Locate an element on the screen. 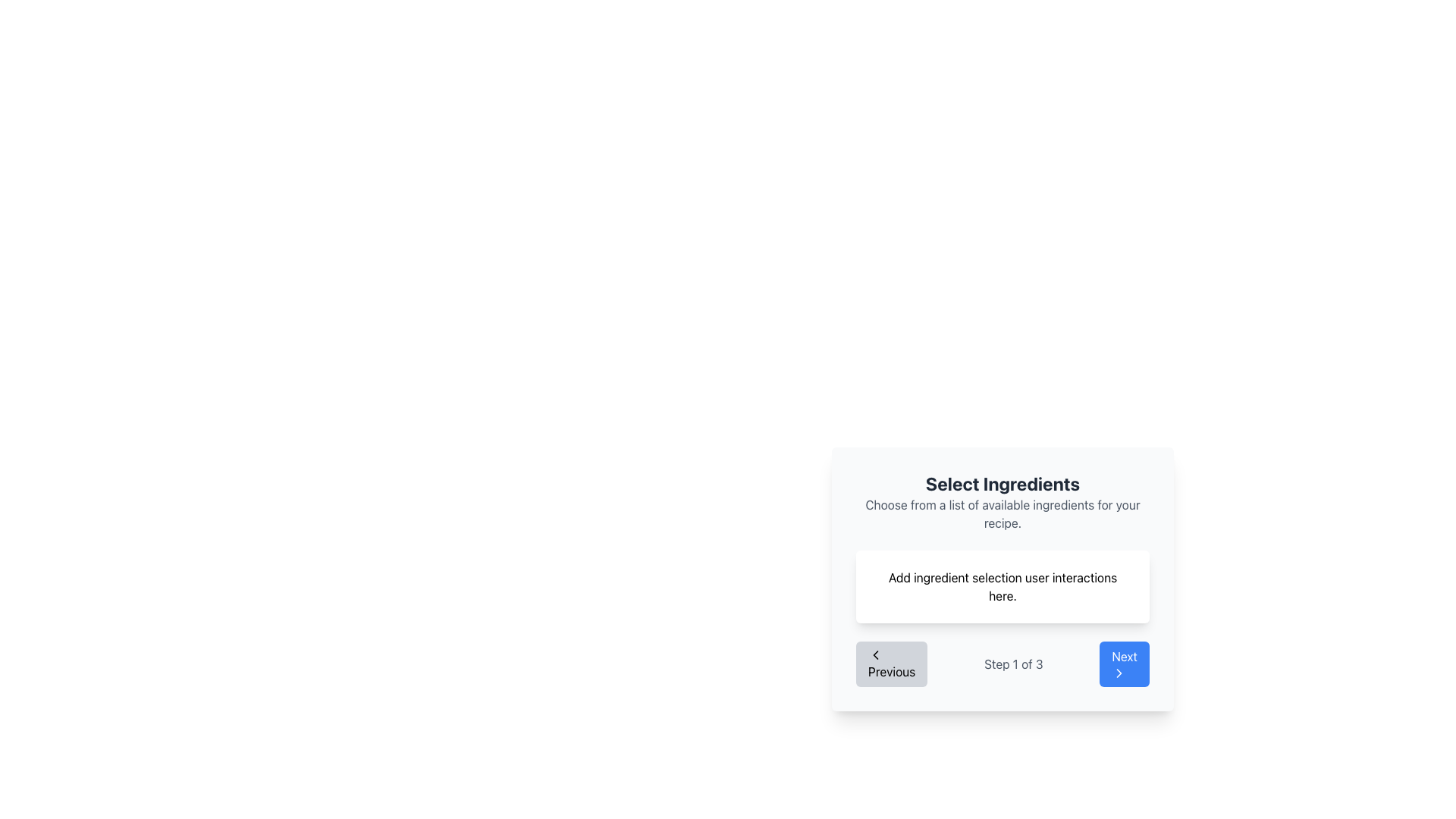 This screenshot has width=1456, height=819. the informational header that guides users in selecting ingredients for their recipe, positioned at the top-center of the card component is located at coordinates (1003, 502).